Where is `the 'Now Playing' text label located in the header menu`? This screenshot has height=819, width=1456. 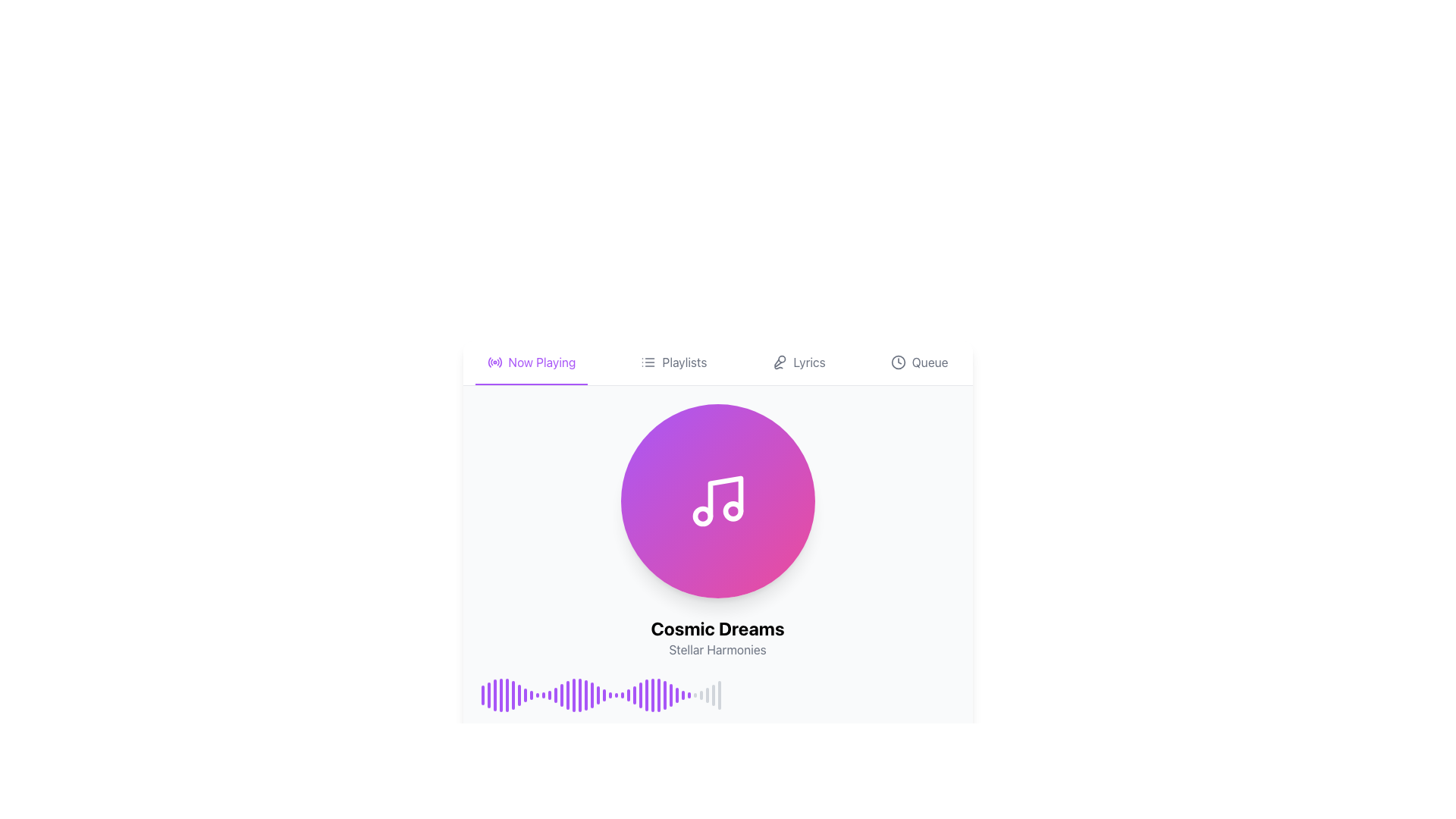 the 'Now Playing' text label located in the header menu is located at coordinates (542, 362).